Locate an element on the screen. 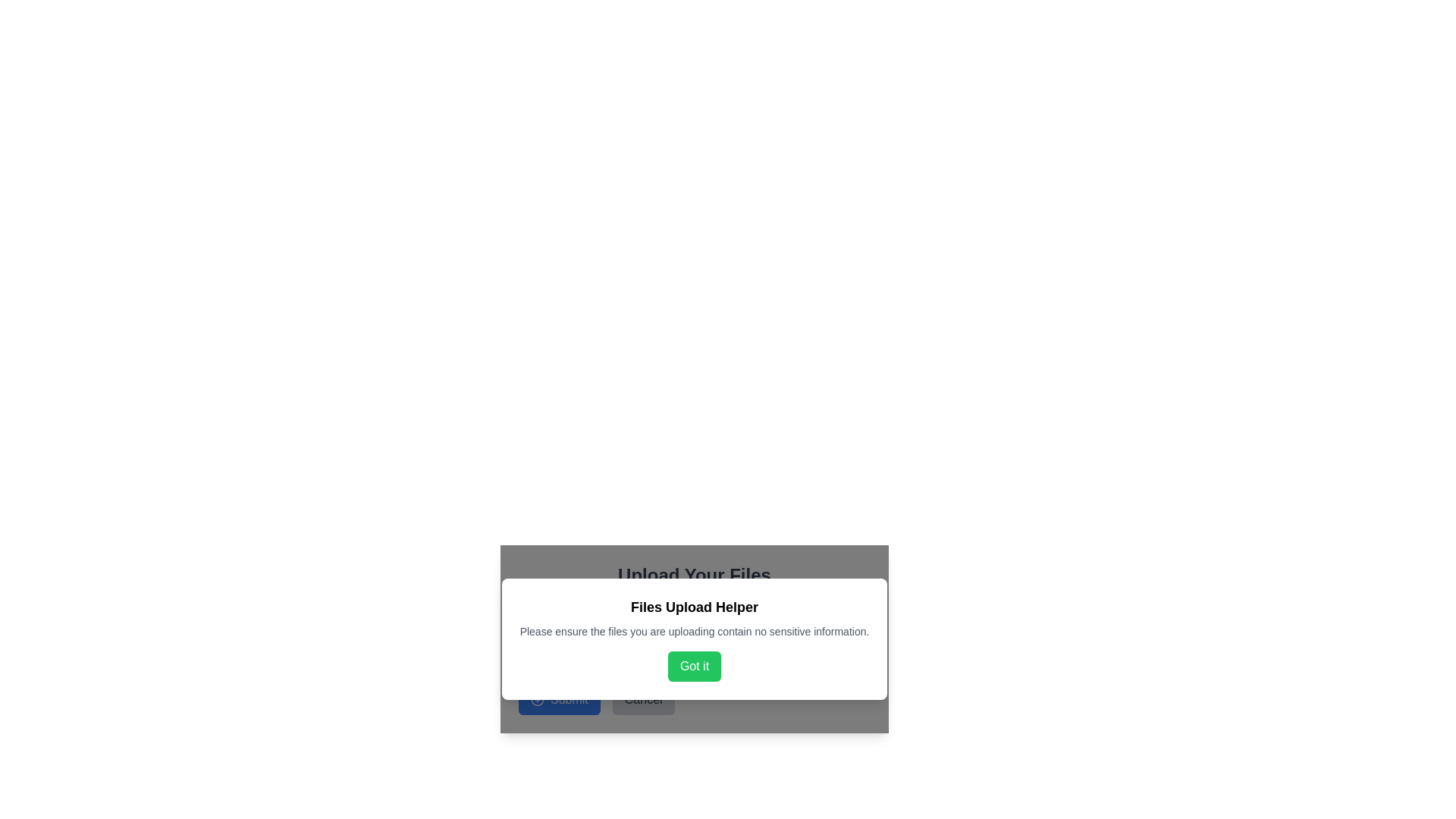  information provided in the 'Files Upload Helper' modal dialog, which contains a bold header and descriptive text, followed by the green button labeled 'Got it' is located at coordinates (694, 639).